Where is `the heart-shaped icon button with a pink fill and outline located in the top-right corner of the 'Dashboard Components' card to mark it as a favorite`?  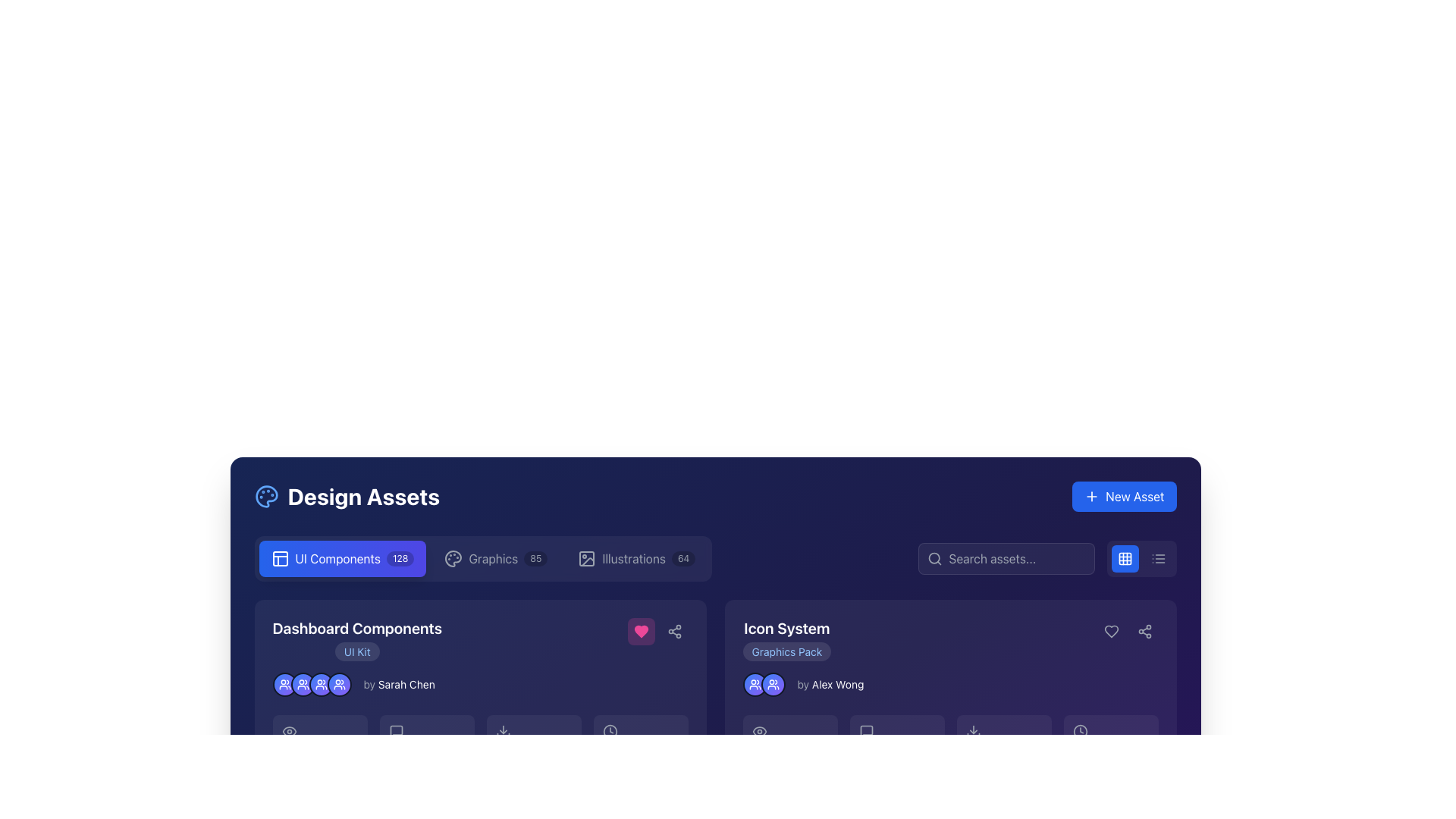 the heart-shaped icon button with a pink fill and outline located in the top-right corner of the 'Dashboard Components' card to mark it as a favorite is located at coordinates (641, 632).